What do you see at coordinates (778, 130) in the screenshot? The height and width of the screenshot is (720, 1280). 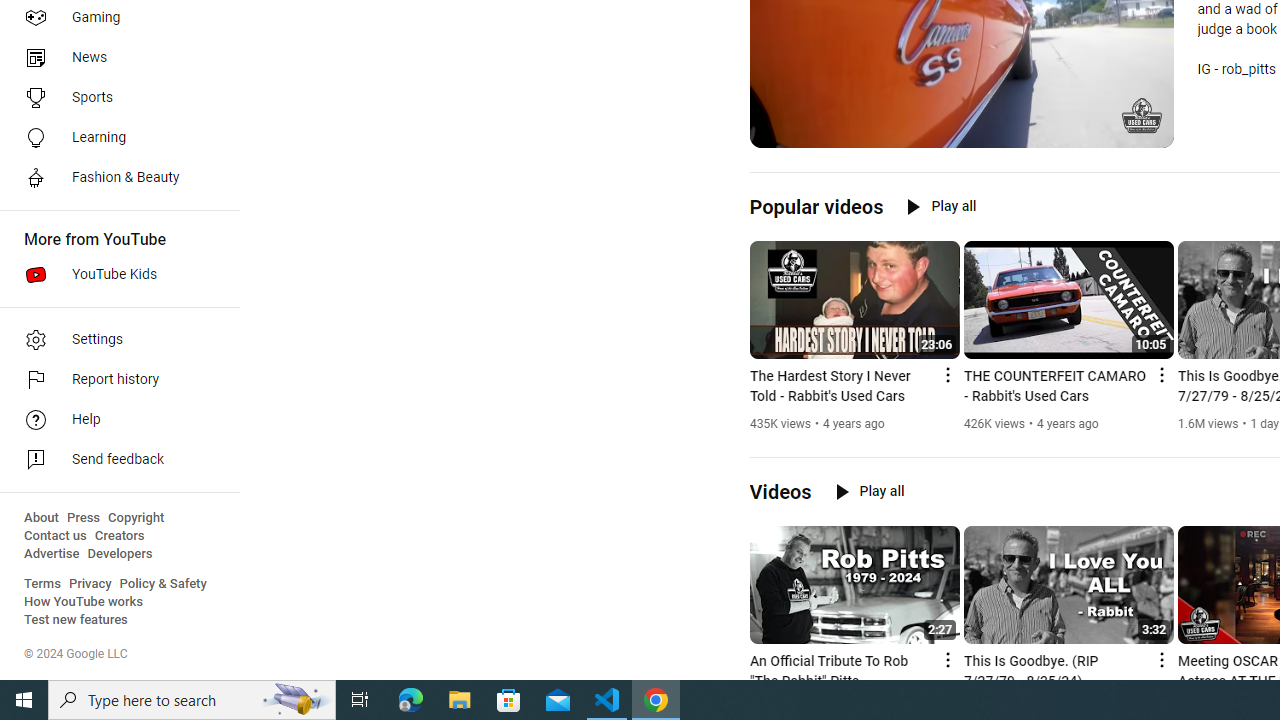 I see `'Pause (k)'` at bounding box center [778, 130].